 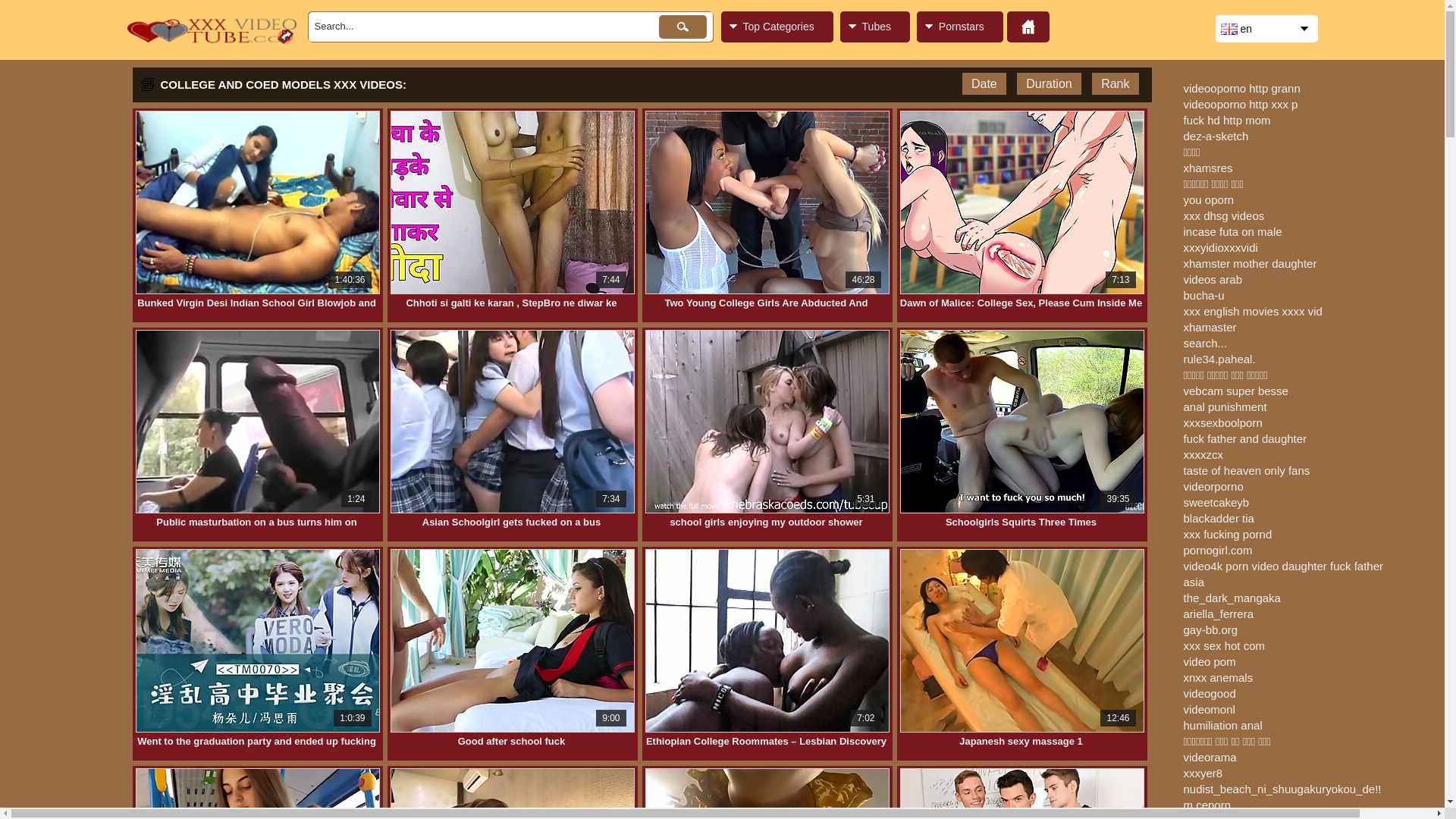 I want to click on 'video4k porn video daughter fuck father', so click(x=1182, y=566).